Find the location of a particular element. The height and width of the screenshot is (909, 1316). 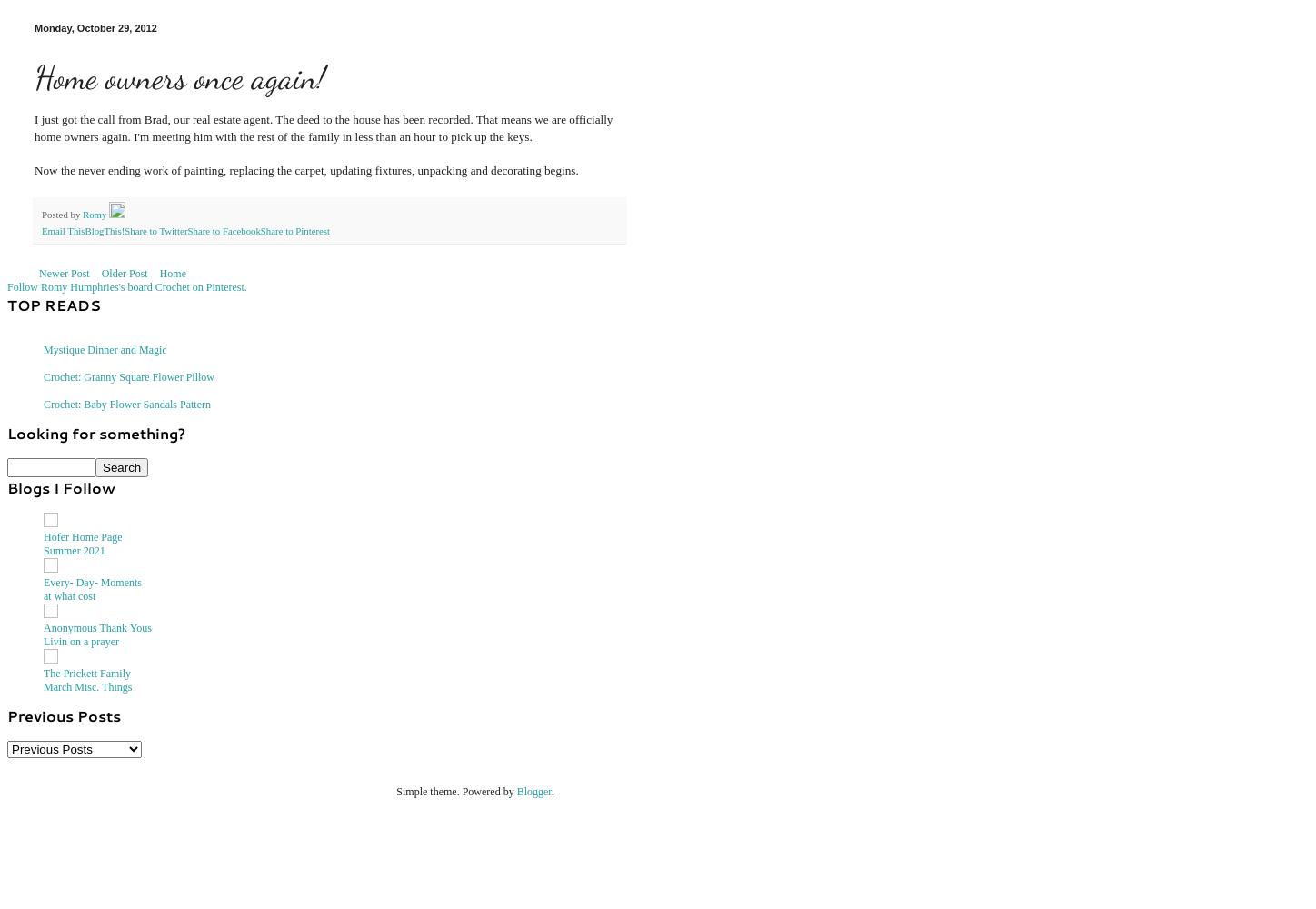

'Summer 2021' is located at coordinates (74, 549).